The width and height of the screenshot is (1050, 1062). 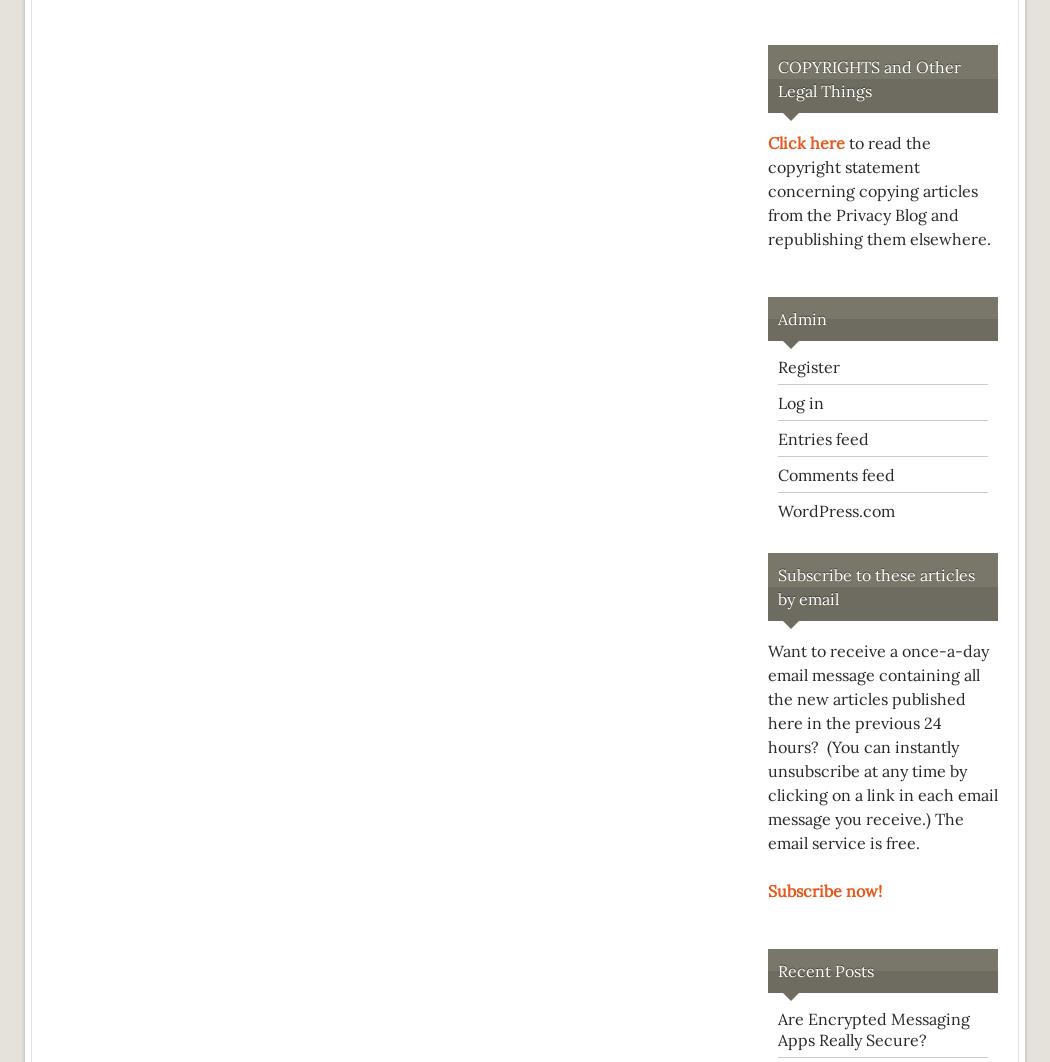 I want to click on 'Comments feed', so click(x=778, y=472).